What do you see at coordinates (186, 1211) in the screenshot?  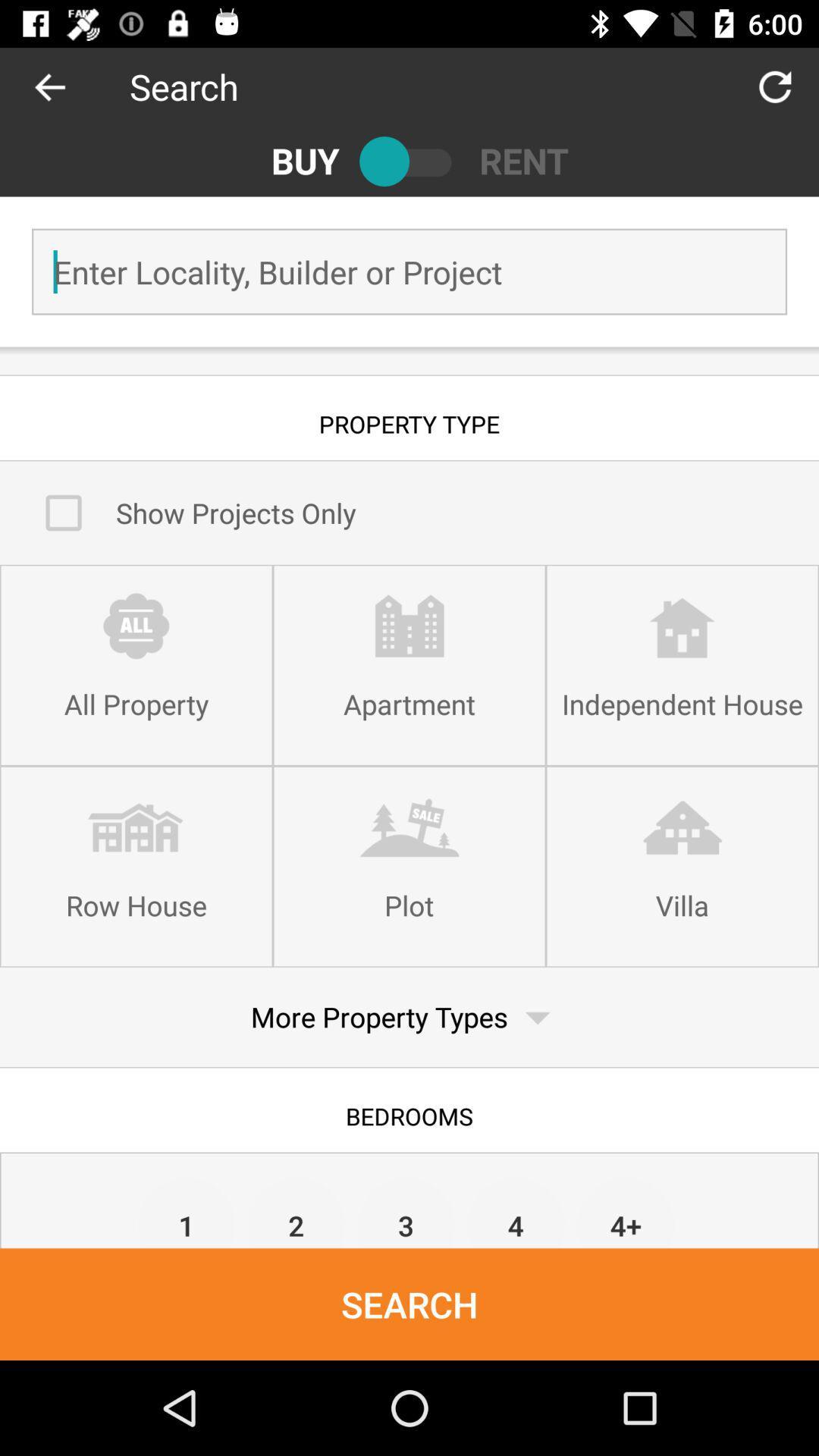 I see `the icon at the bottom left corner` at bounding box center [186, 1211].